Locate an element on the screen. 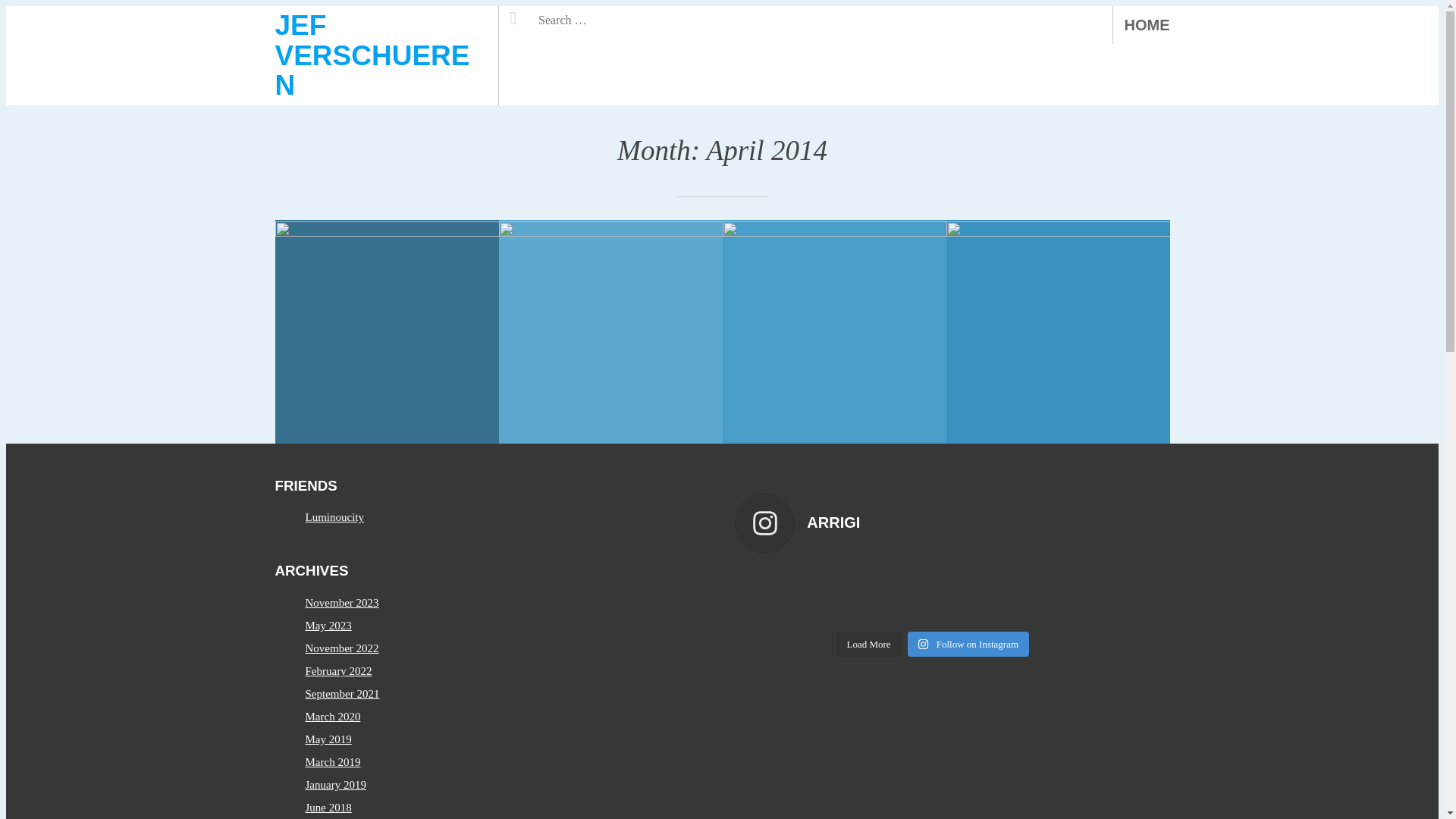 This screenshot has height=819, width=1456. 'HOME' is located at coordinates (1147, 25).